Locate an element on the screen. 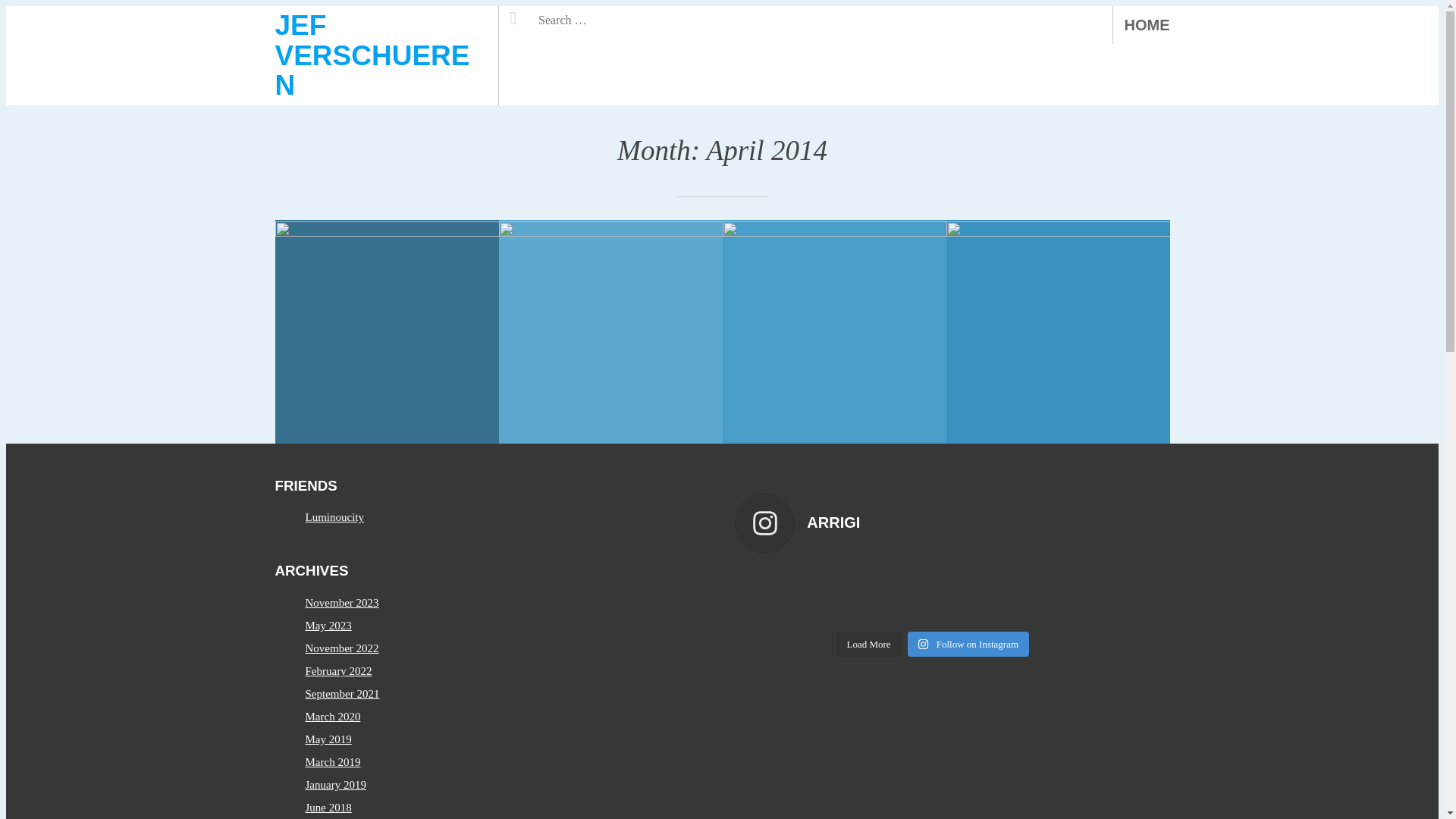 This screenshot has height=819, width=1456. 'HOME' is located at coordinates (1147, 25).